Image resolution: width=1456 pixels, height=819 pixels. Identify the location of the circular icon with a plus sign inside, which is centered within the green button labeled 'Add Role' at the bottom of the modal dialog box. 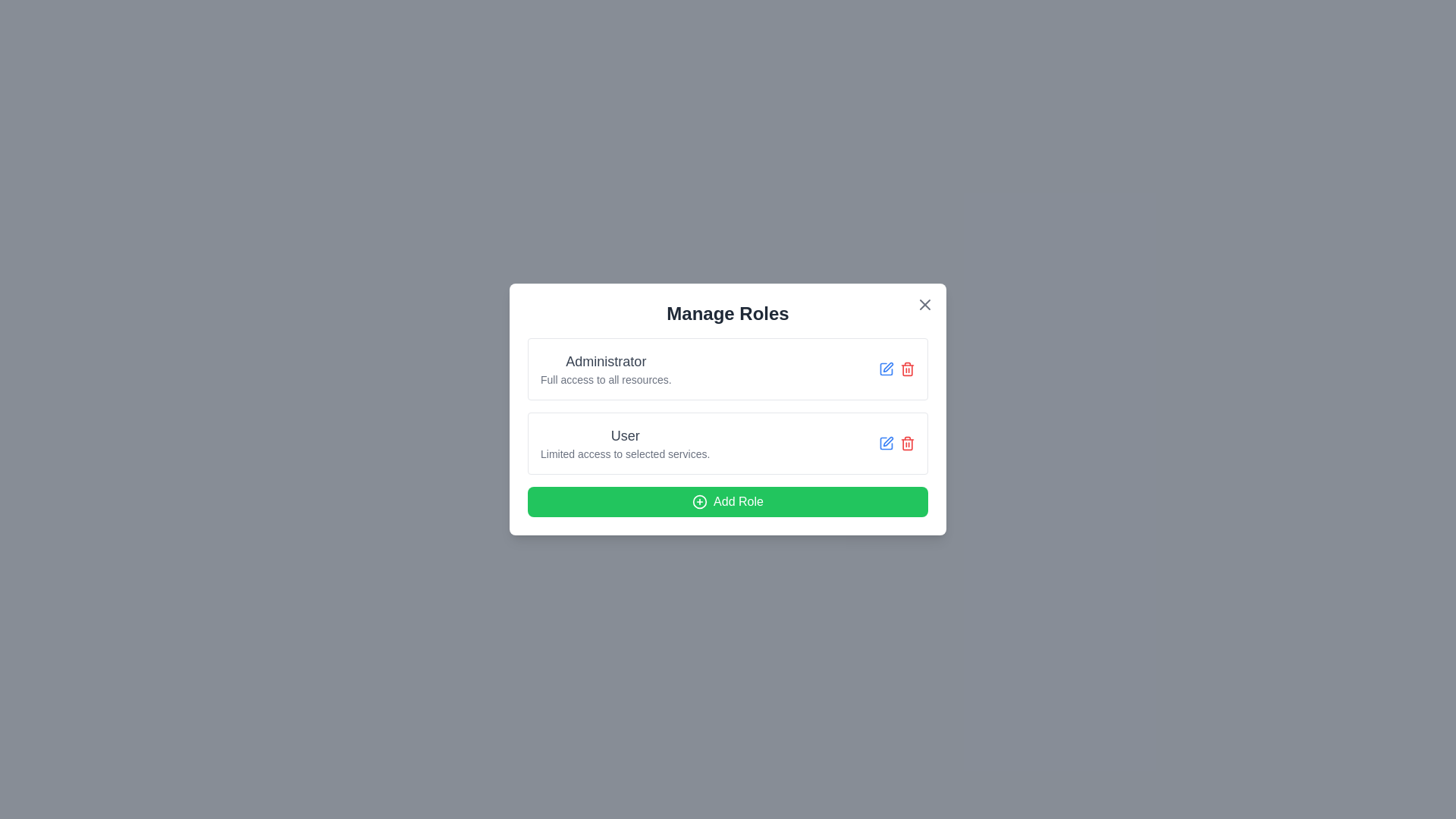
(699, 502).